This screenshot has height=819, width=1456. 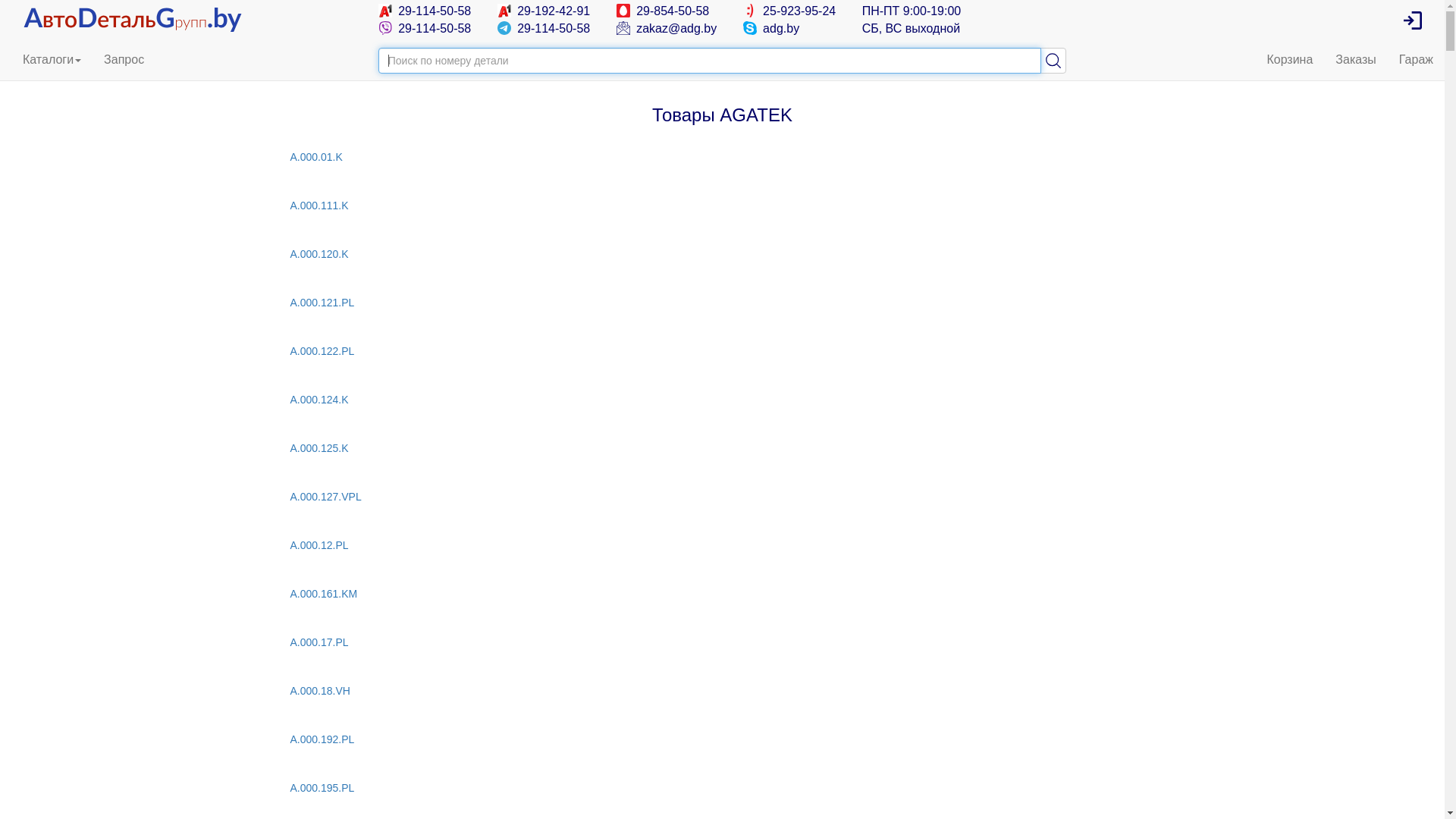 I want to click on 'A.000.12.PL', so click(x=720, y=544).